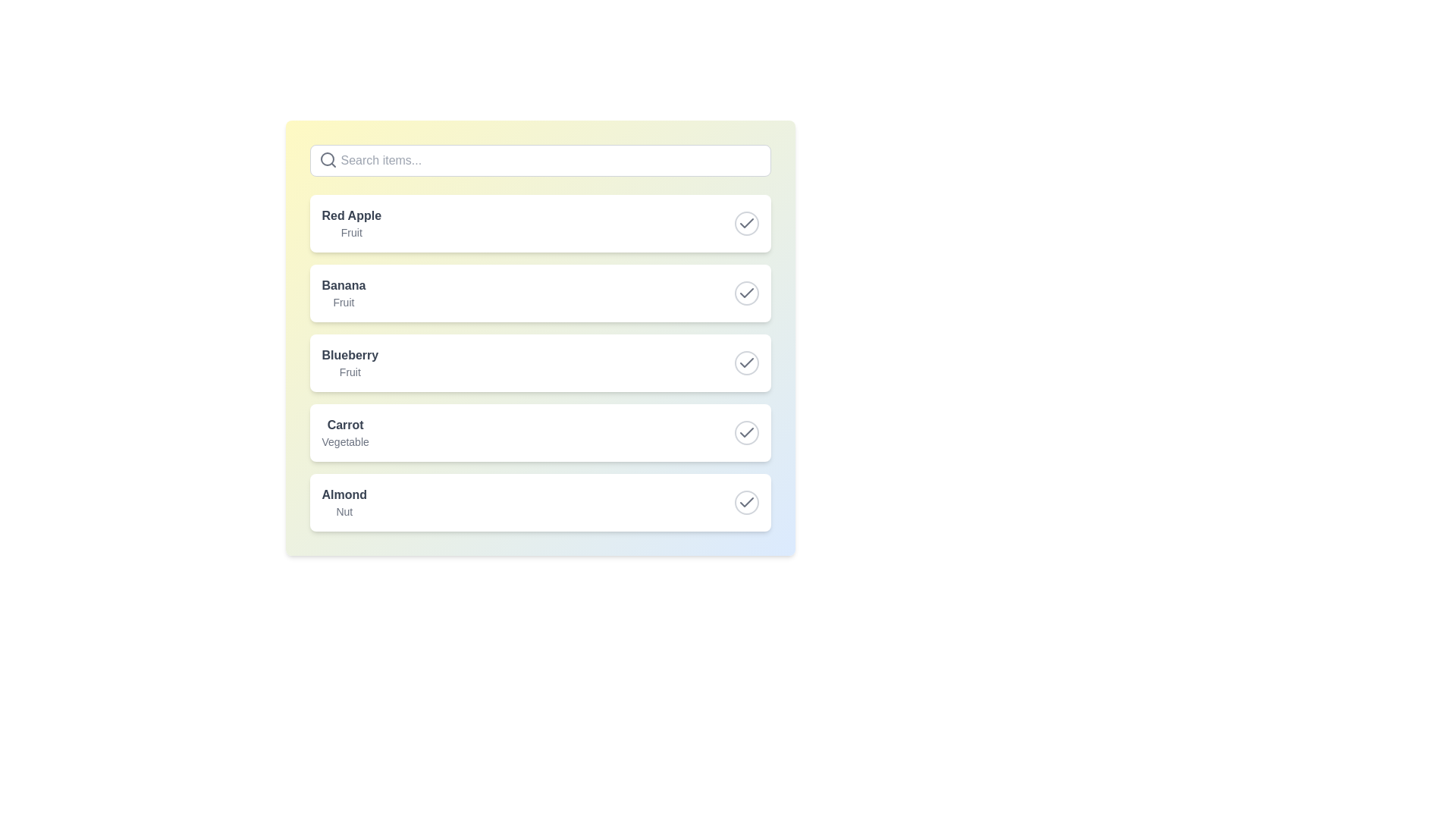 This screenshot has height=819, width=1456. What do you see at coordinates (350, 216) in the screenshot?
I see `text label 'Red Apple' located at the top of the list, styled in bold gray font, positioned directly above the descriptor 'Fruit'` at bounding box center [350, 216].